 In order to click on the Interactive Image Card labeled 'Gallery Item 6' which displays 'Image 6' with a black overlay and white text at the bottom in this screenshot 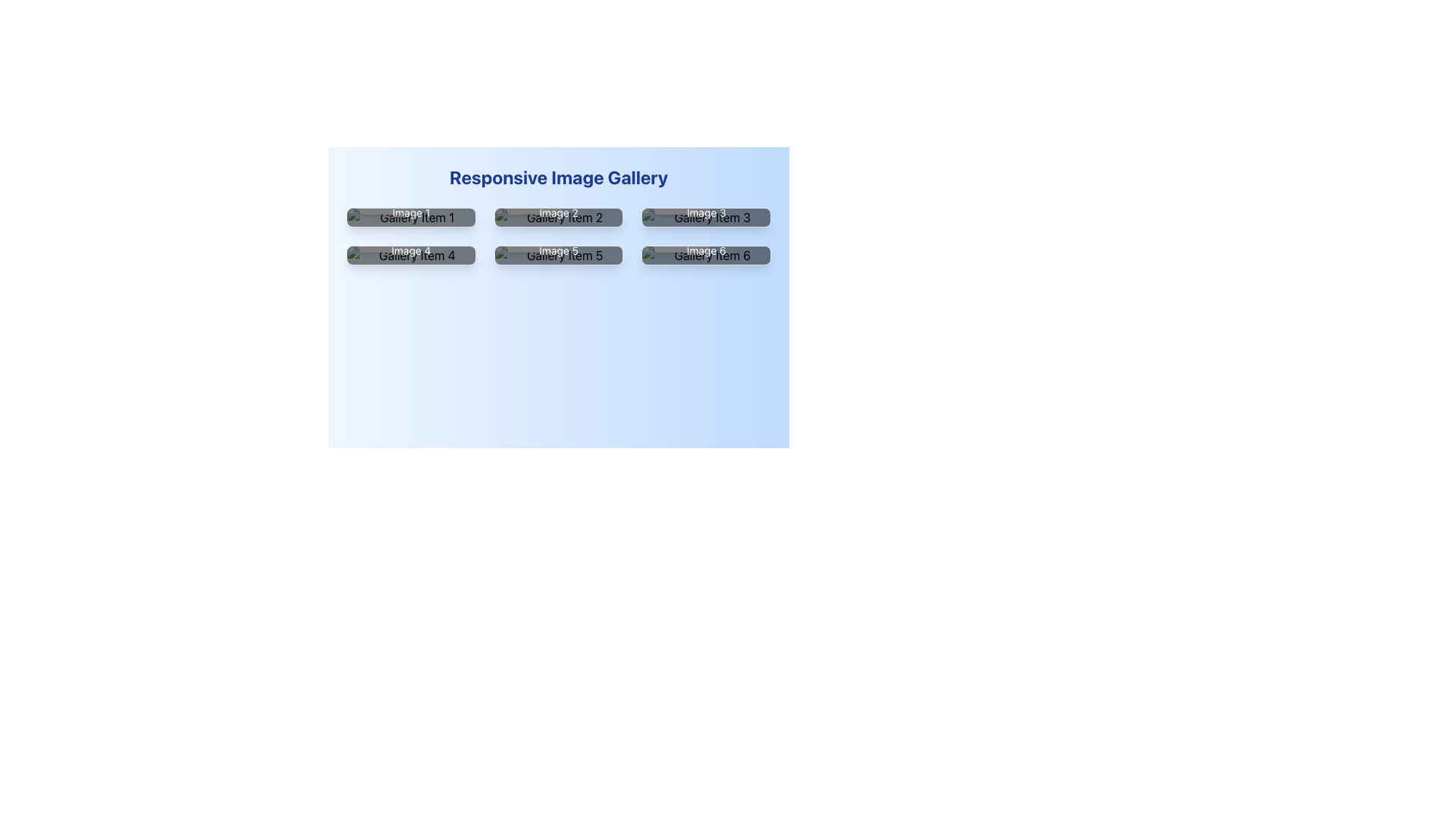, I will do `click(705, 254)`.